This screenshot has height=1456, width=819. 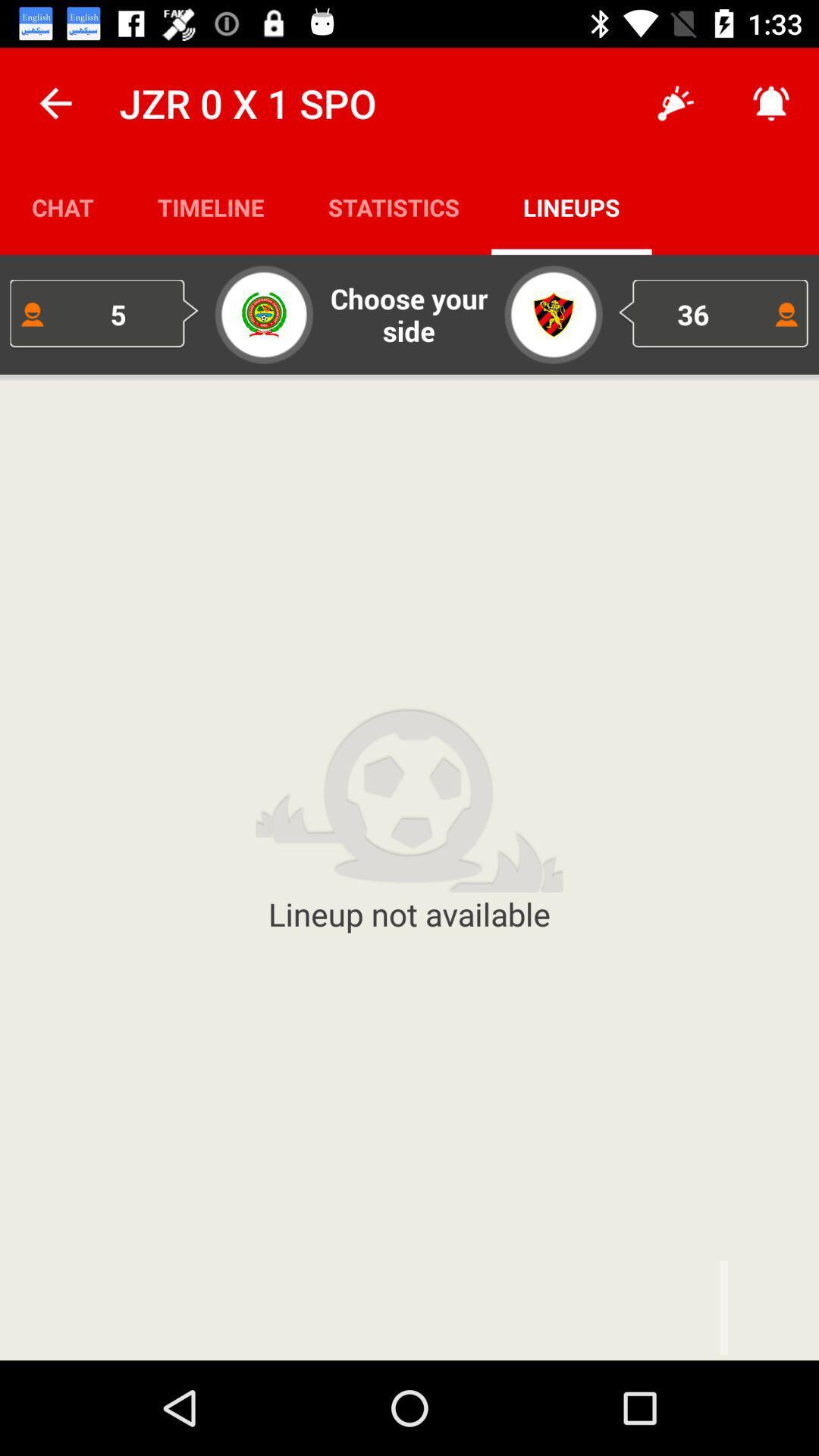 What do you see at coordinates (393, 206) in the screenshot?
I see `app next to the lineups item` at bounding box center [393, 206].